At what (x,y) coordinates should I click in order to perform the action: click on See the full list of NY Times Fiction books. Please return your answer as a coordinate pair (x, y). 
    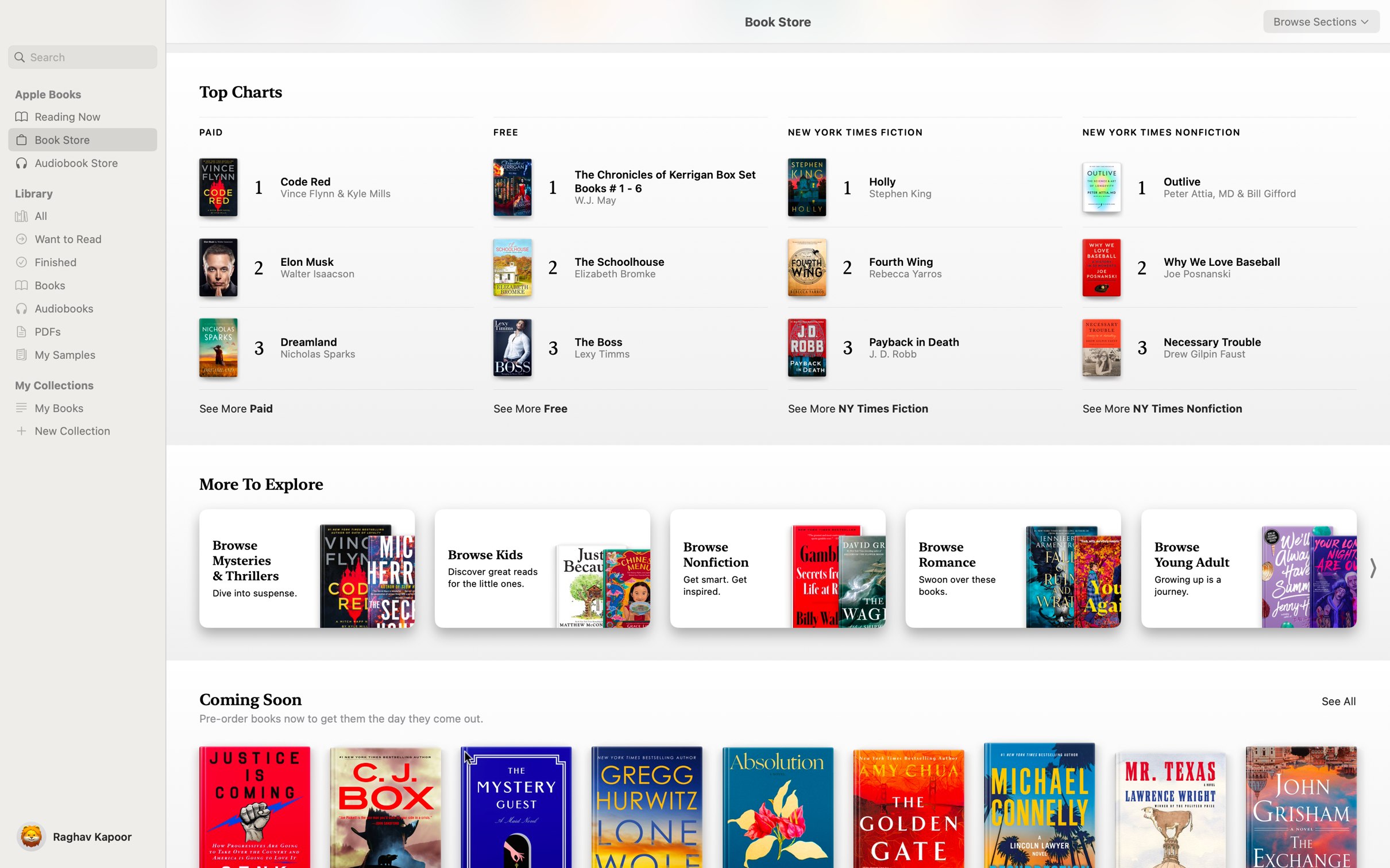
    Looking at the image, I should click on (858, 406).